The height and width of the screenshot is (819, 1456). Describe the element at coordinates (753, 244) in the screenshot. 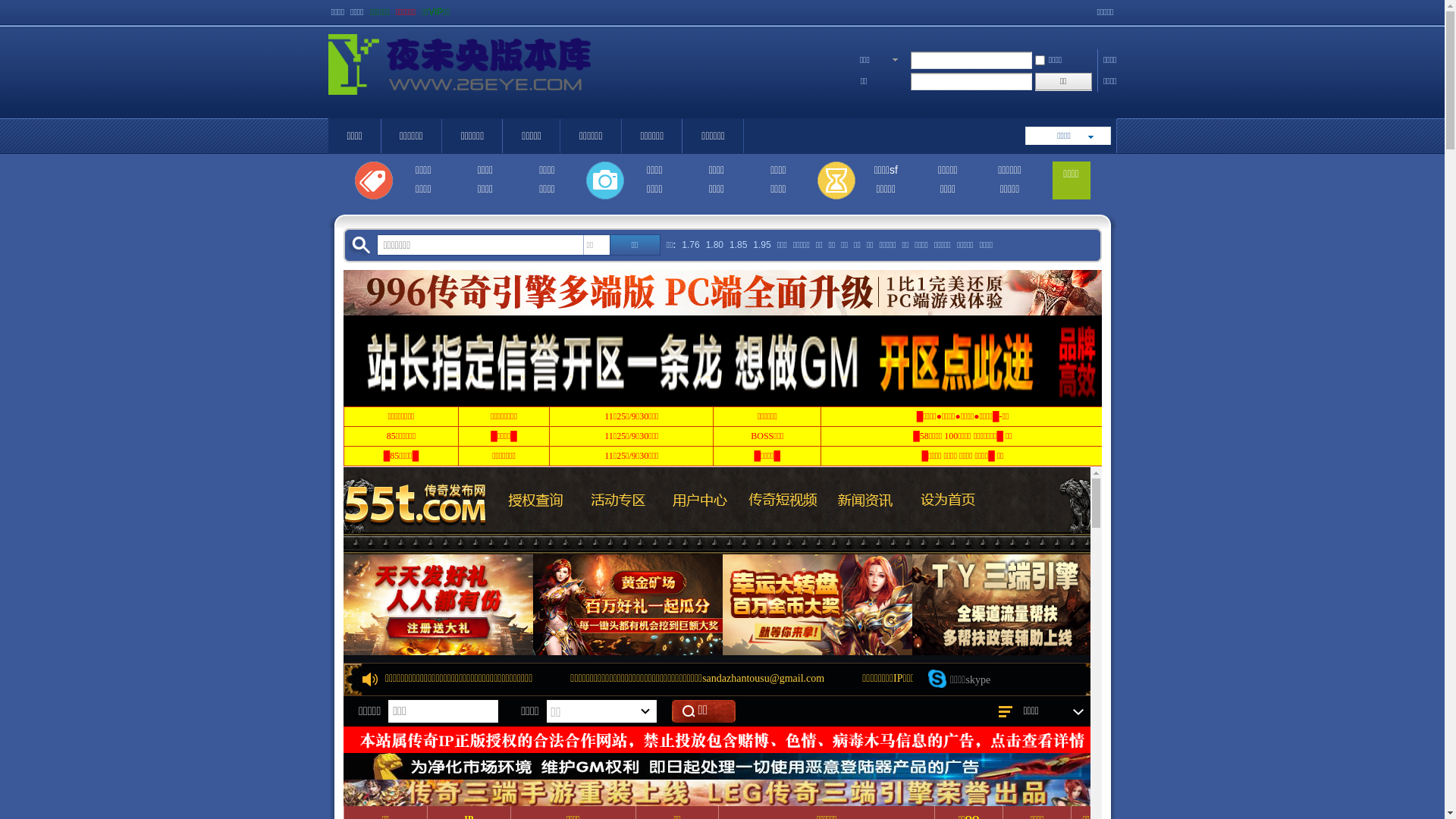

I see `'1.95'` at that location.